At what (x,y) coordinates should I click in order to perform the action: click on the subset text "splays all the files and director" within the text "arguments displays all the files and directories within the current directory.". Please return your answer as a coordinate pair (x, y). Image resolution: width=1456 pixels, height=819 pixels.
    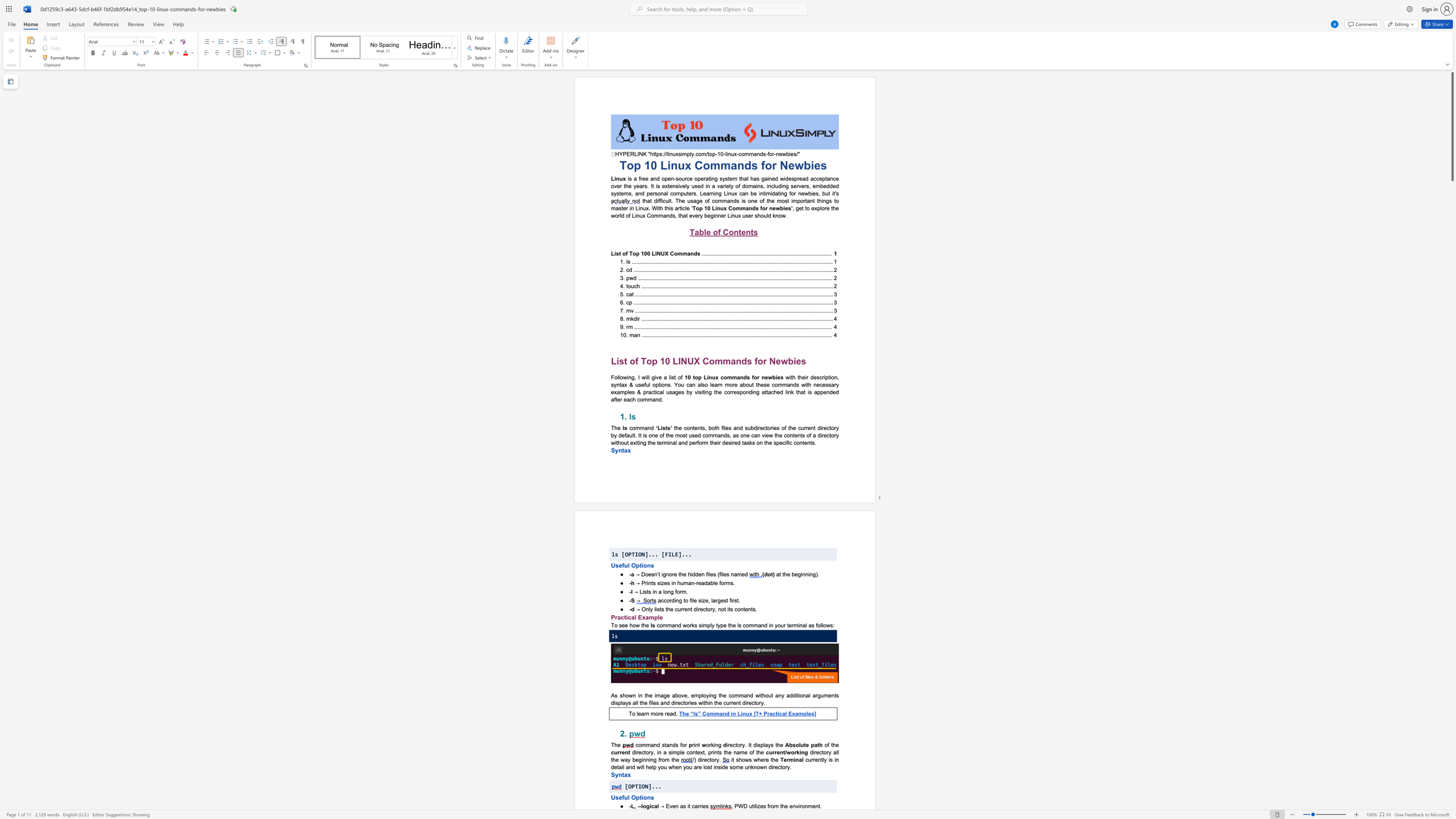
    Looking at the image, I should click on (615, 702).